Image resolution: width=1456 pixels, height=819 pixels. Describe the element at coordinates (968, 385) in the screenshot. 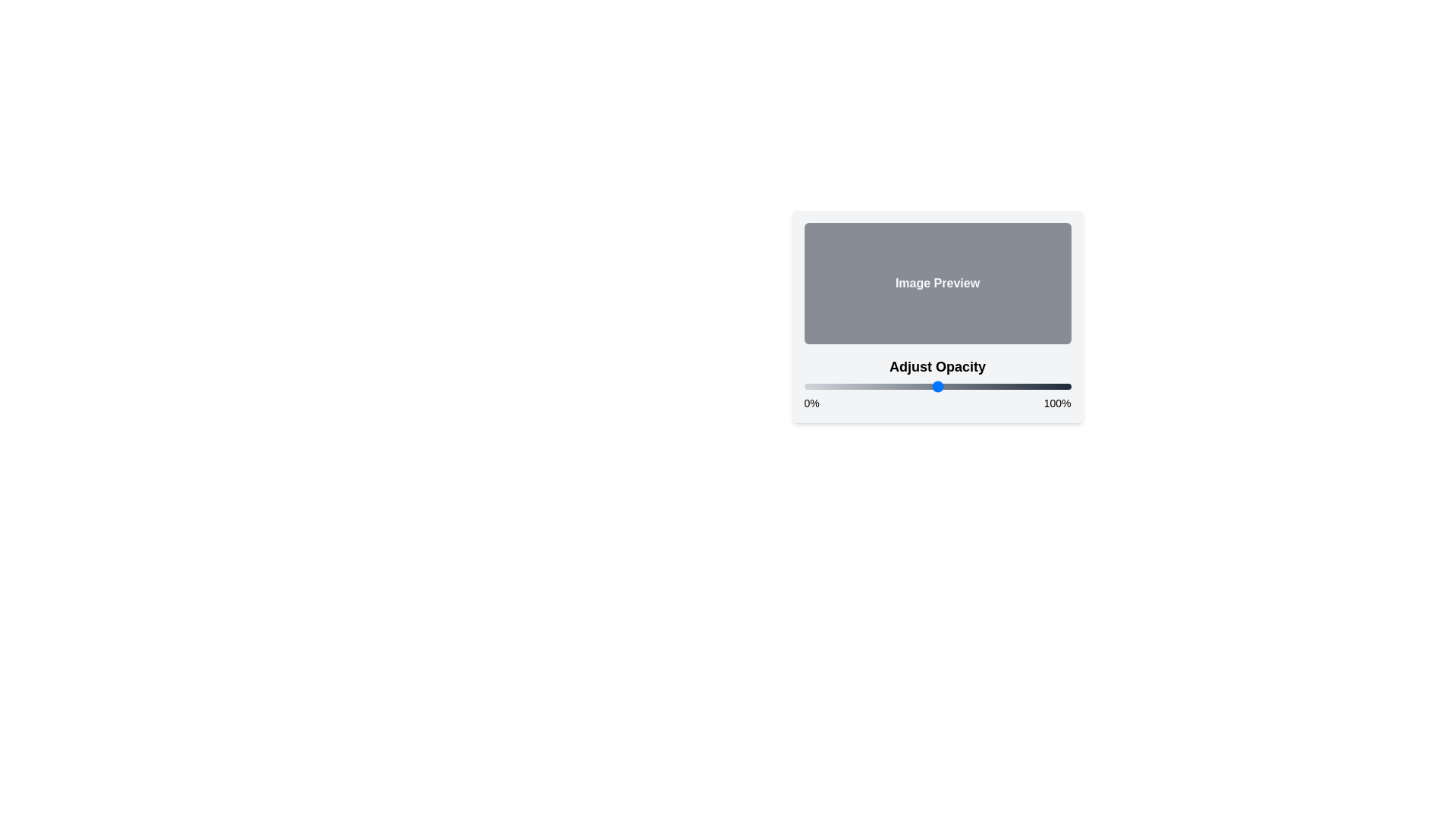

I see `the opacity` at that location.